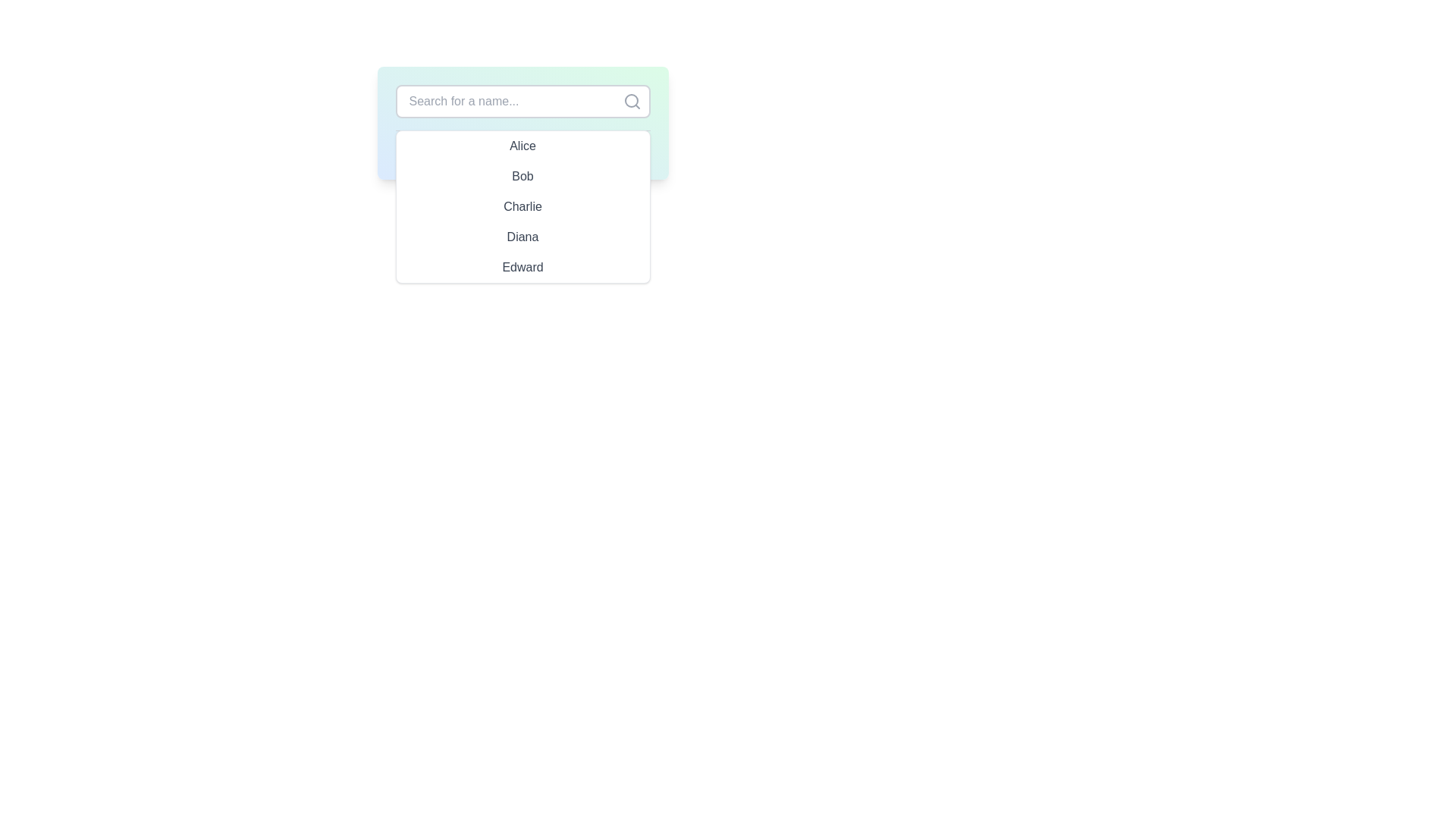 Image resolution: width=1456 pixels, height=819 pixels. I want to click on the text option labeled 'Charlie' in the dropdown menu, which is the third item in the list, so click(522, 207).